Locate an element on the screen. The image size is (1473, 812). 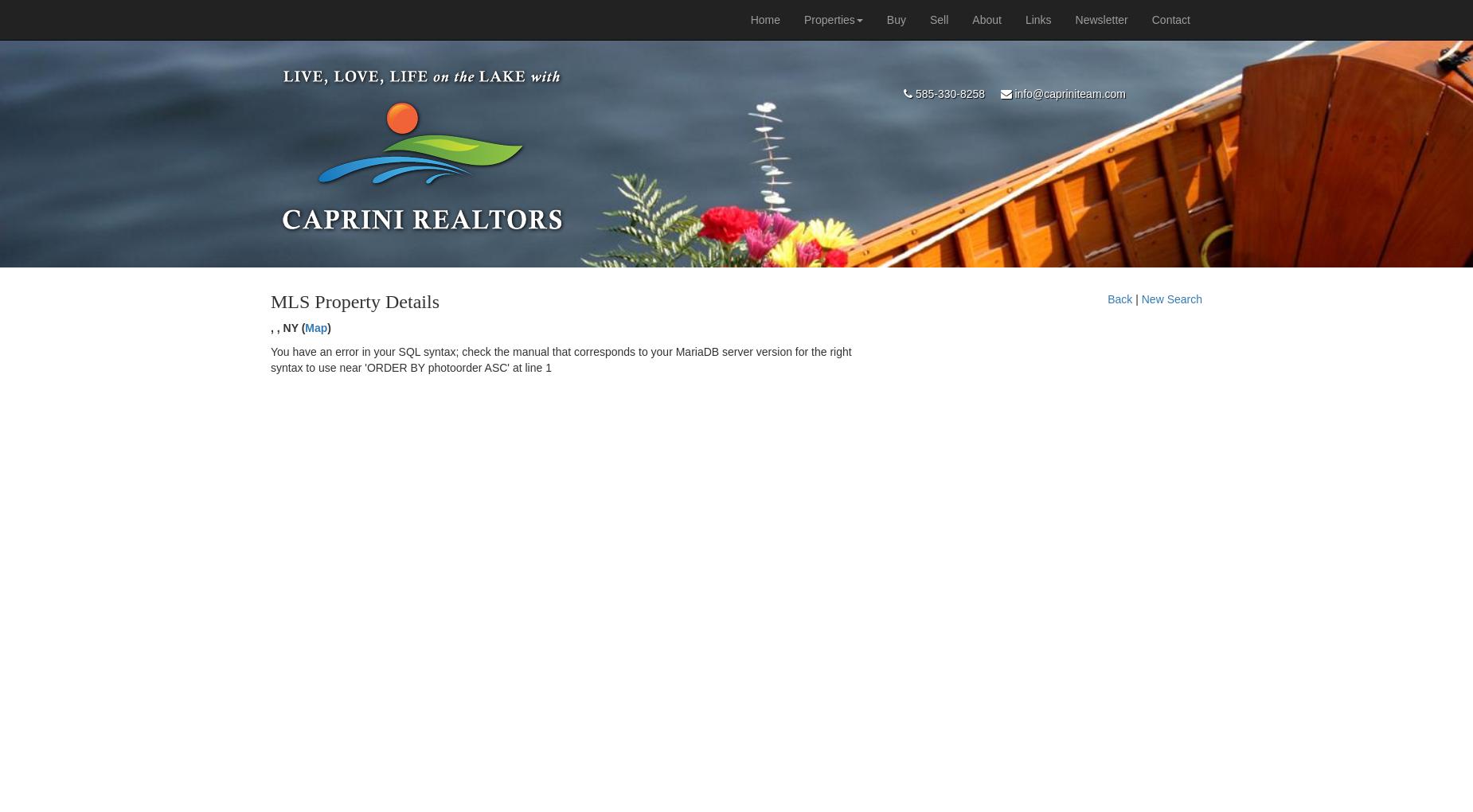
'Newsletter' is located at coordinates (1100, 18).